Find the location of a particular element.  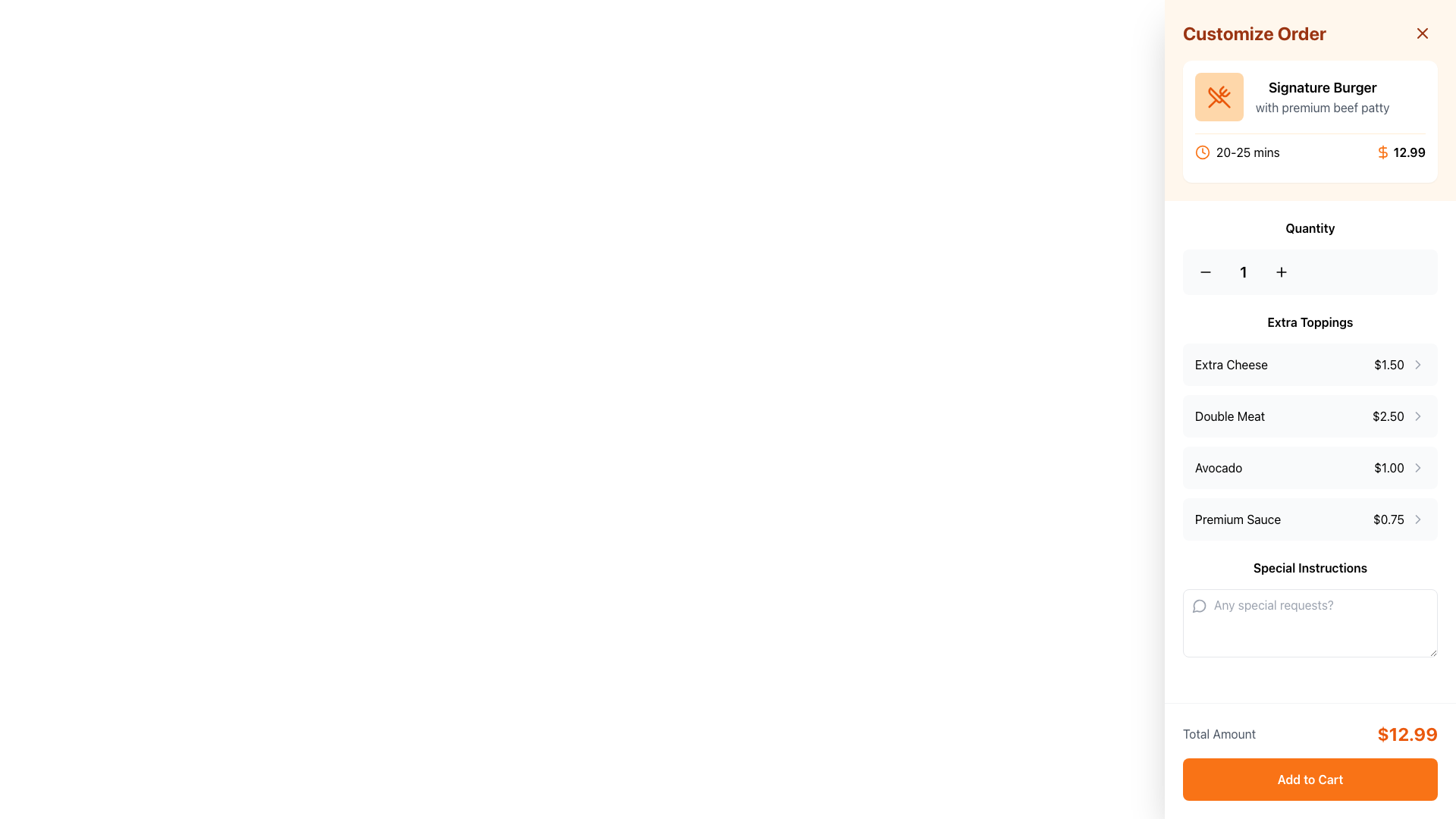

the text label 'Total Amount' displayed in gray font on the right sidebar, positioned before the bolded price value in orange is located at coordinates (1219, 733).